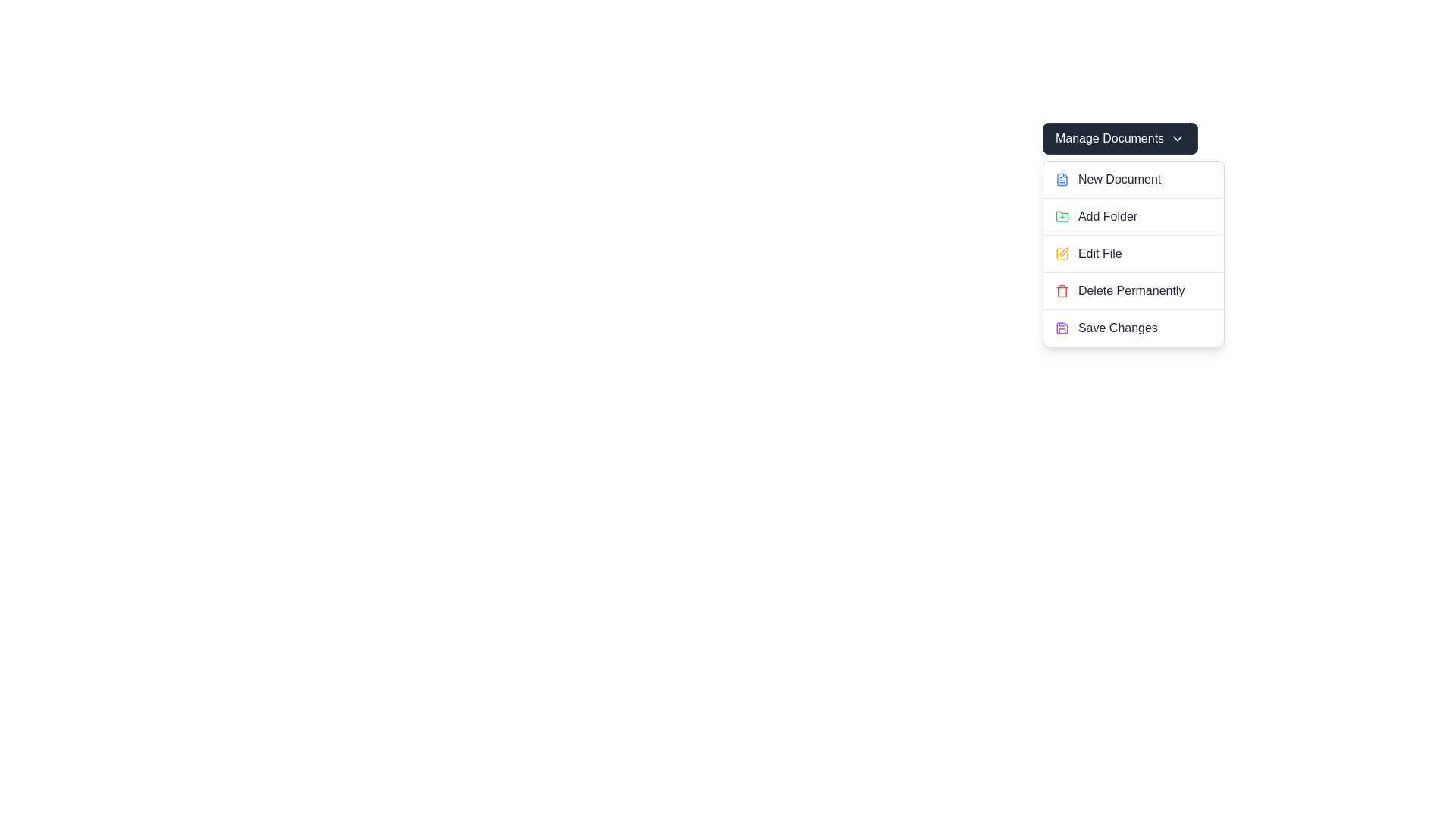 This screenshot has width=1456, height=819. Describe the element at coordinates (1132, 216) in the screenshot. I see `the 'Add Folder' menu item, which is the second option in the dropdown menu below 'New Document' and above 'Edit File'` at that location.